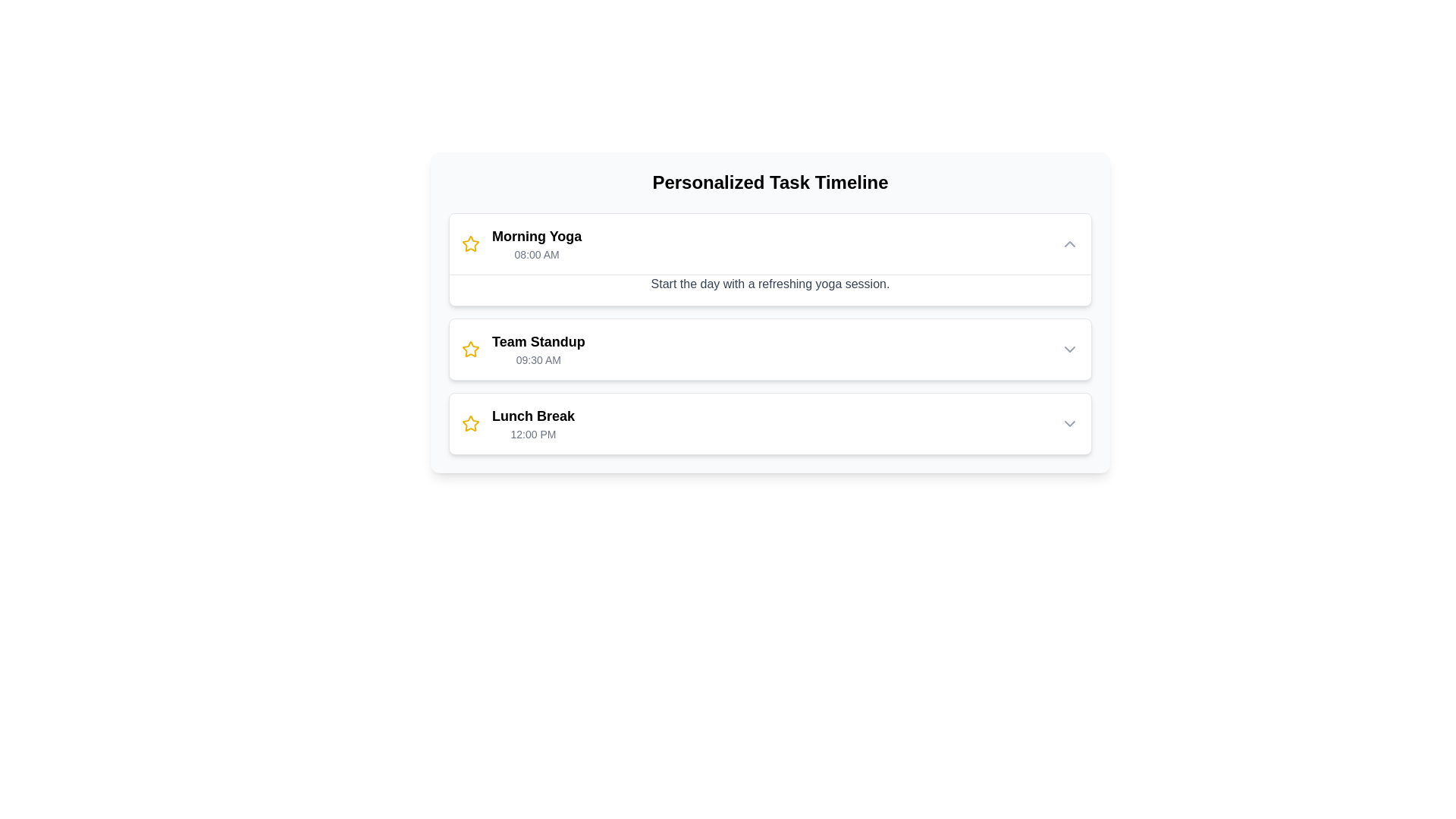 This screenshot has width=1456, height=819. I want to click on the 'Morning Yoga' text label, so click(537, 237).